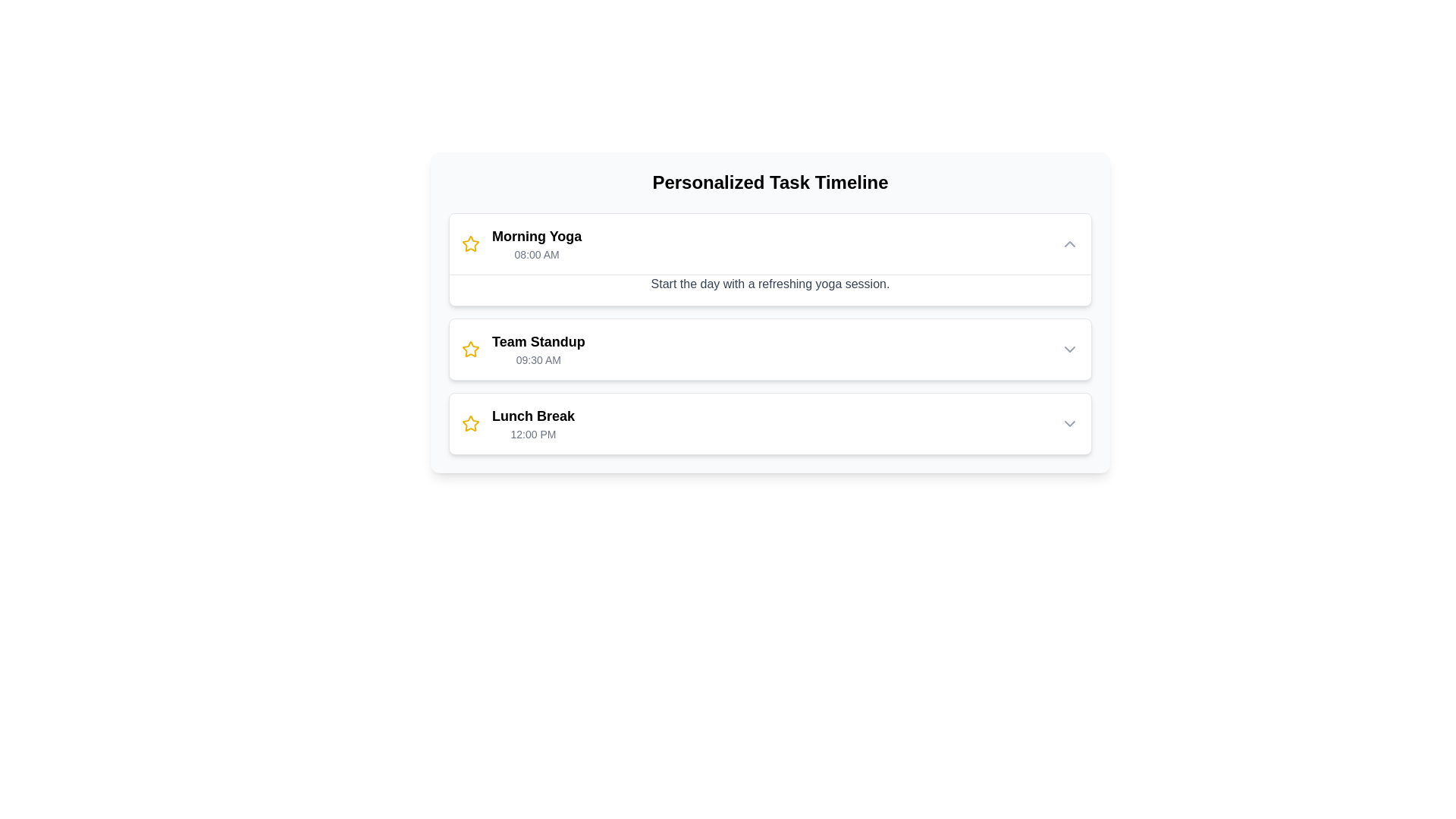 This screenshot has width=1456, height=819. I want to click on the 'Morning Yoga' text label, so click(537, 237).